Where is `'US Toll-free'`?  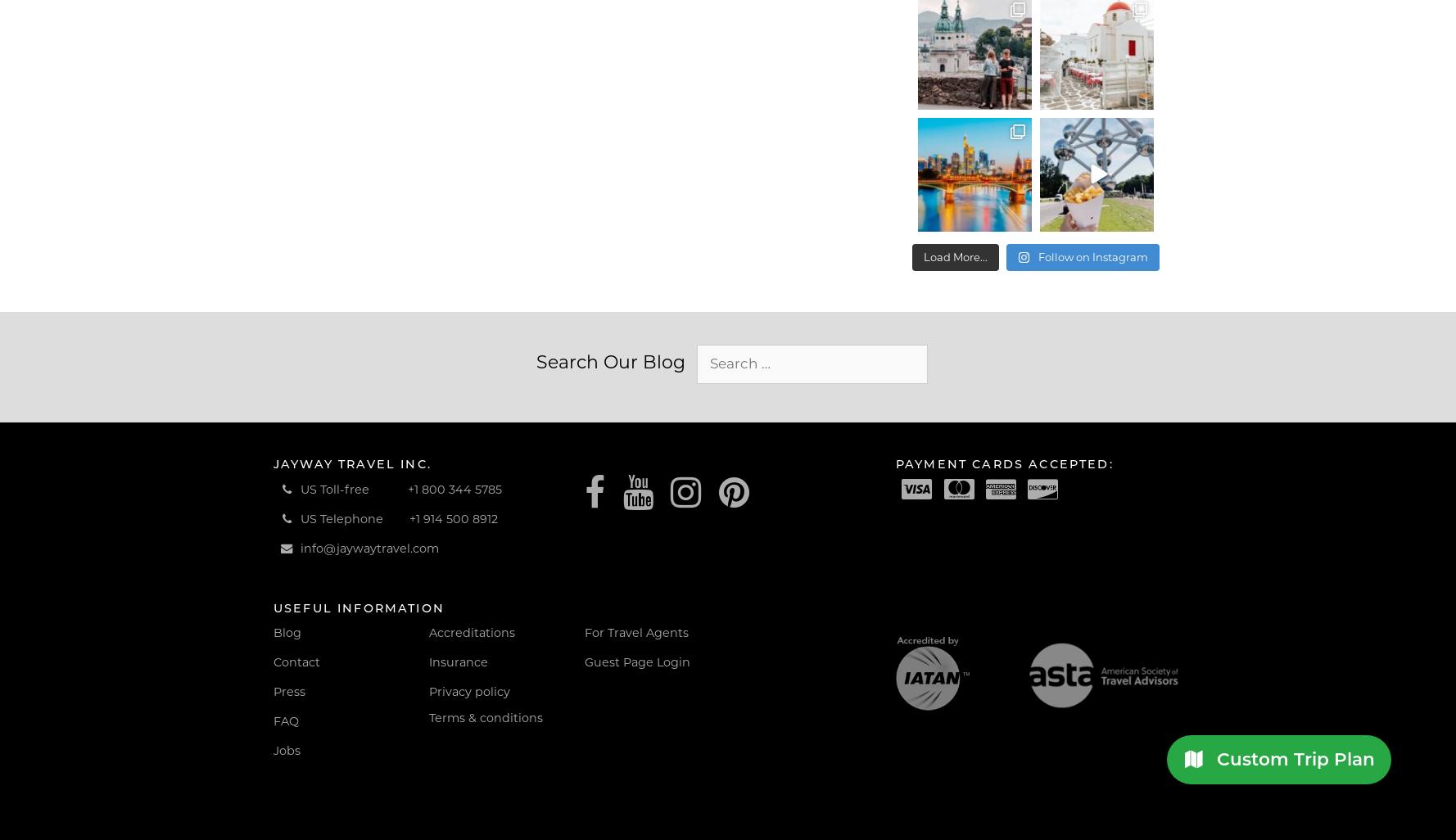
'US Toll-free' is located at coordinates (298, 488).